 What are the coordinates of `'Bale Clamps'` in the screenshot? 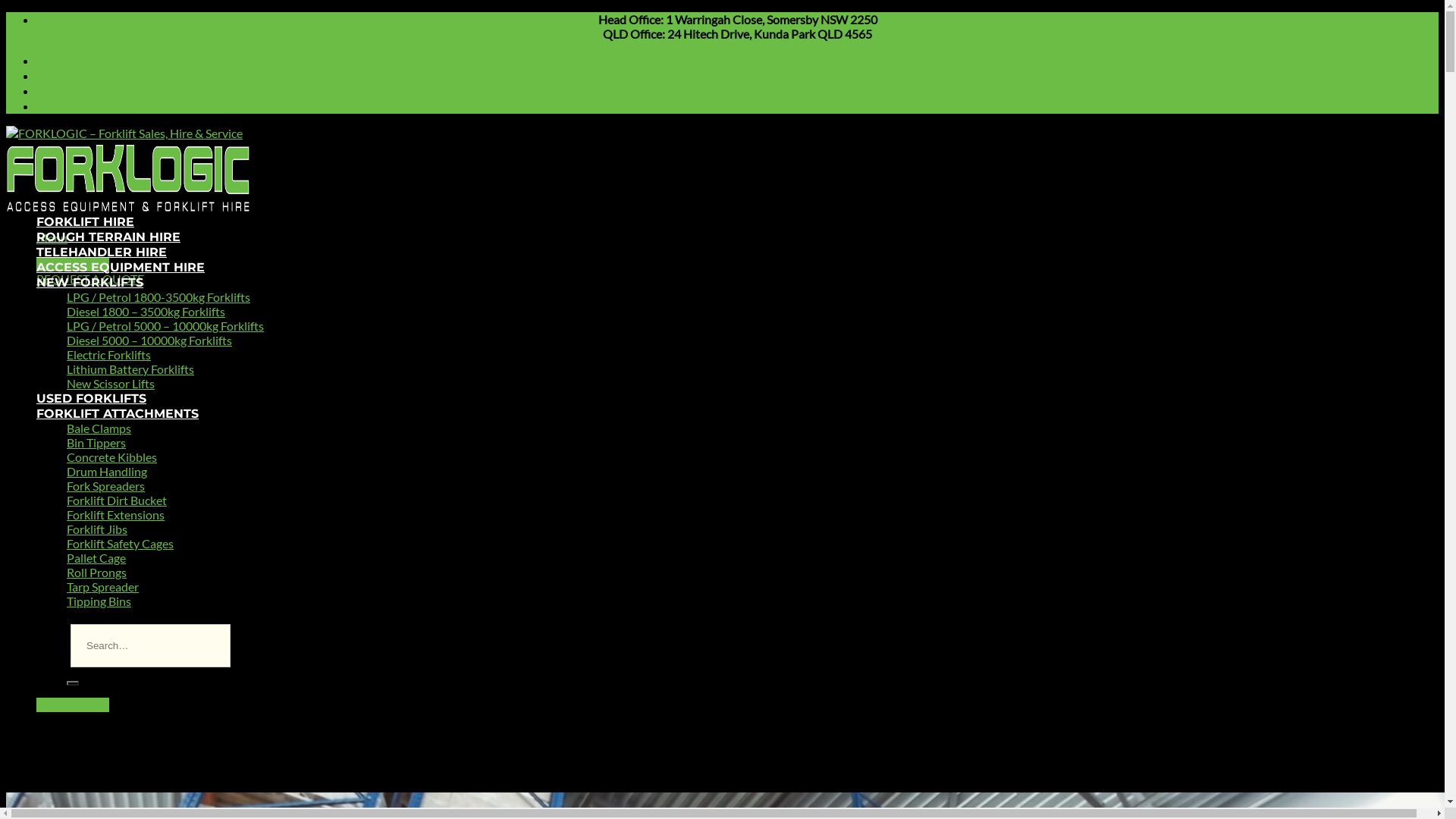 It's located at (98, 428).